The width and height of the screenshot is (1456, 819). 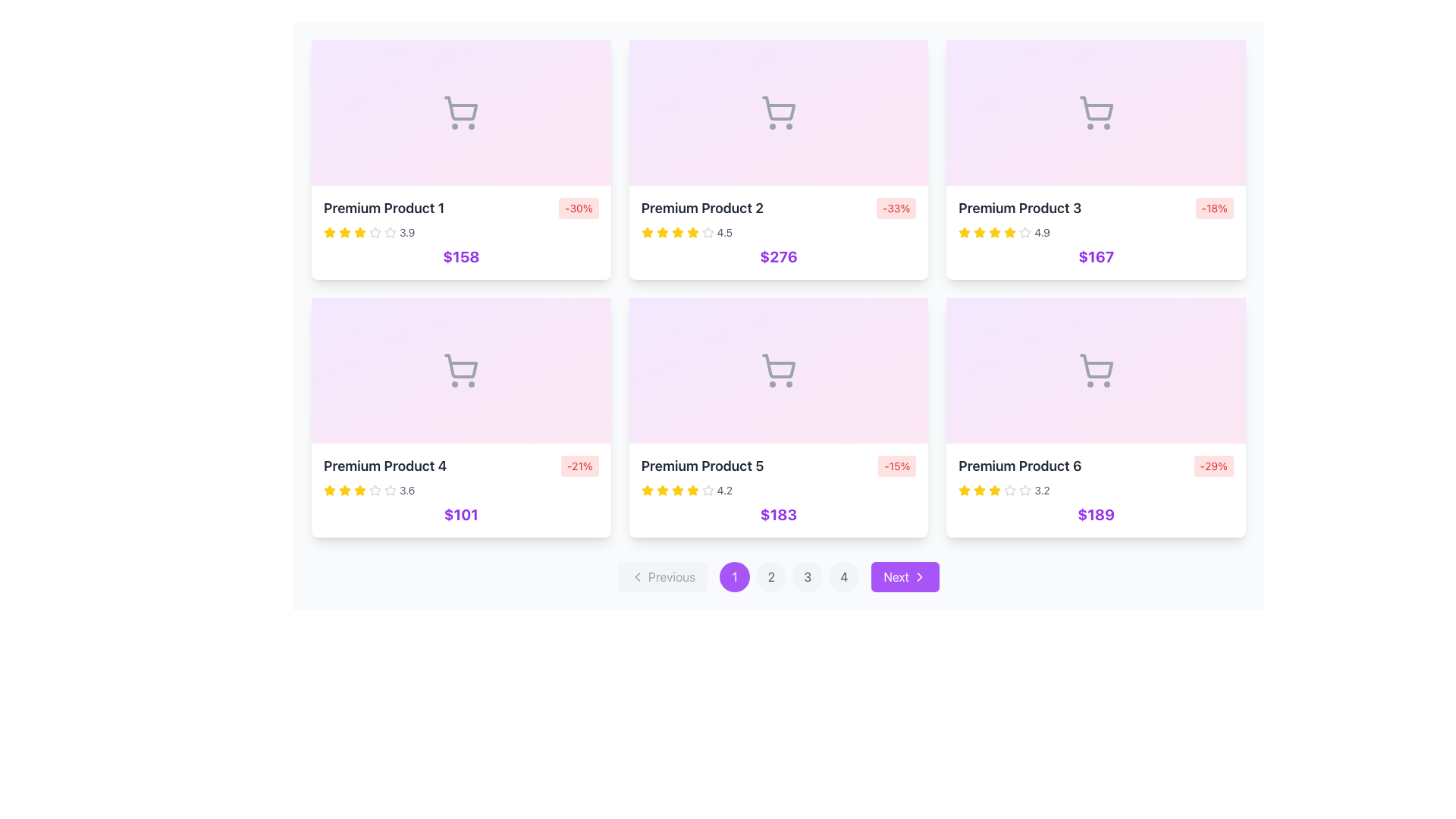 What do you see at coordinates (995, 233) in the screenshot?
I see `the fifth star in the rating representation for 'Premium Product 3' located in the top-right quadrant of the interface grid` at bounding box center [995, 233].